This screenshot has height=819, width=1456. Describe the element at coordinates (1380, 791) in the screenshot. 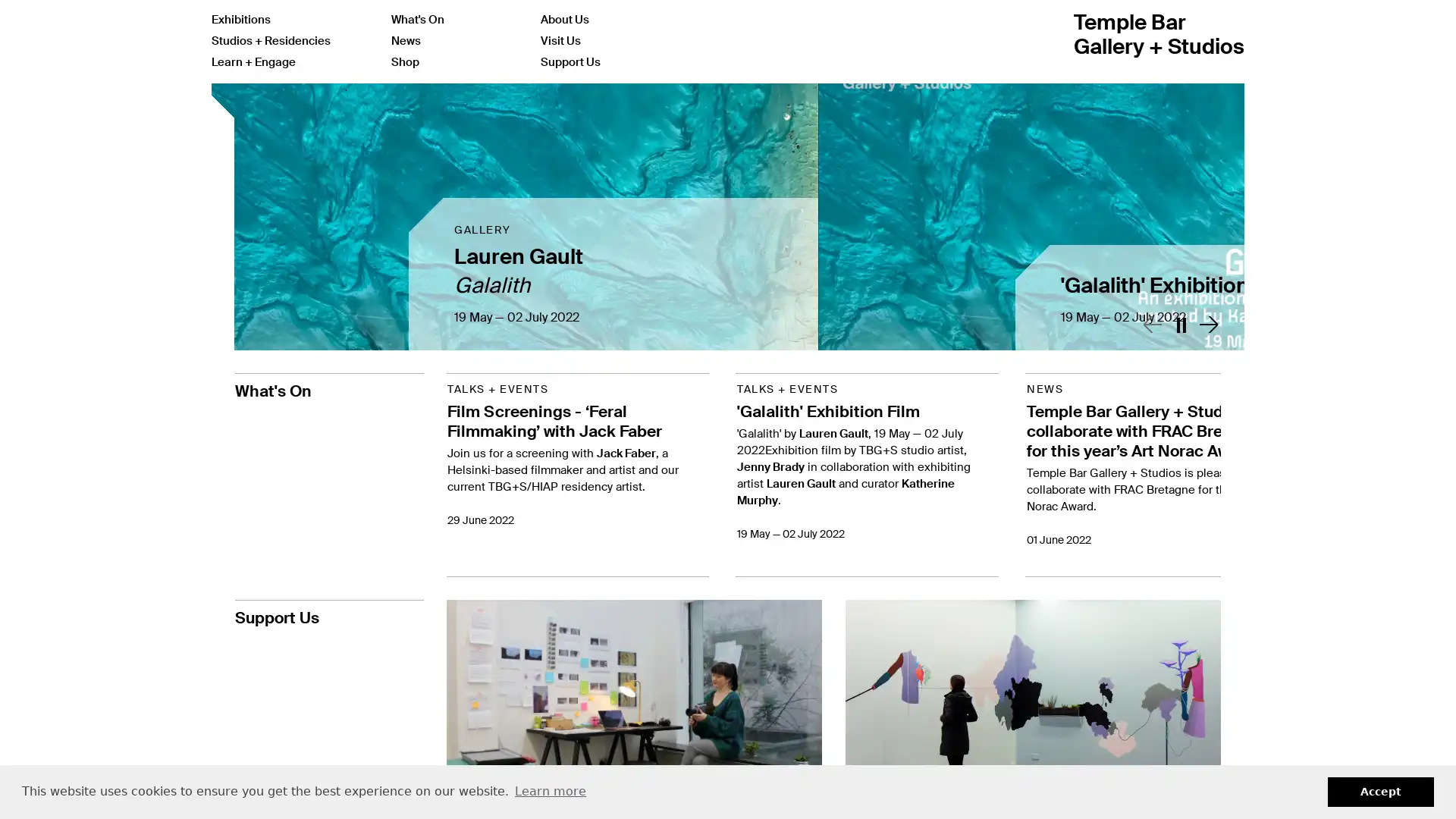

I see `dismiss cookie message` at that location.